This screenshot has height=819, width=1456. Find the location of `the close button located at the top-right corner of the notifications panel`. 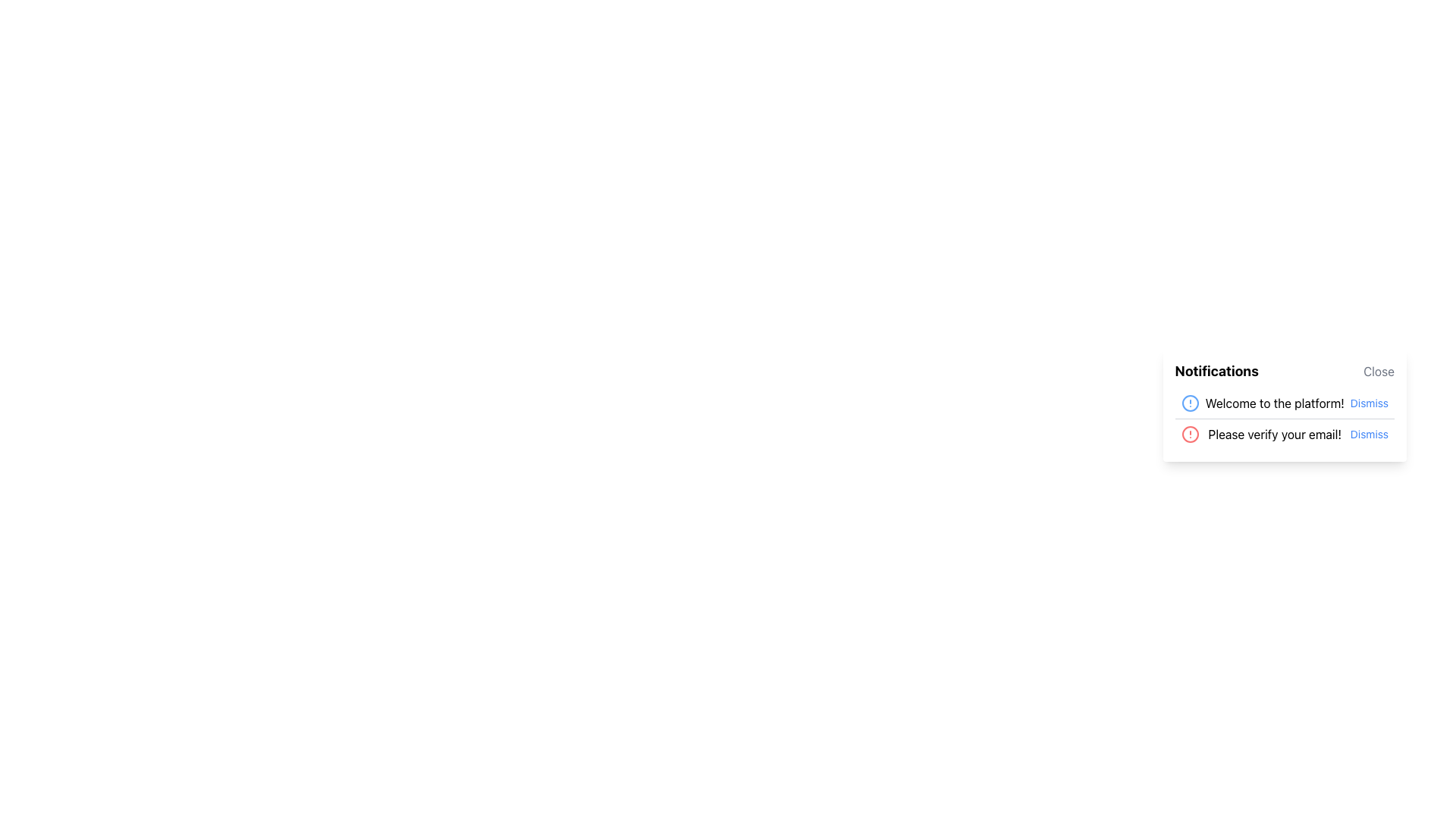

the close button located at the top-right corner of the notifications panel is located at coordinates (1379, 371).